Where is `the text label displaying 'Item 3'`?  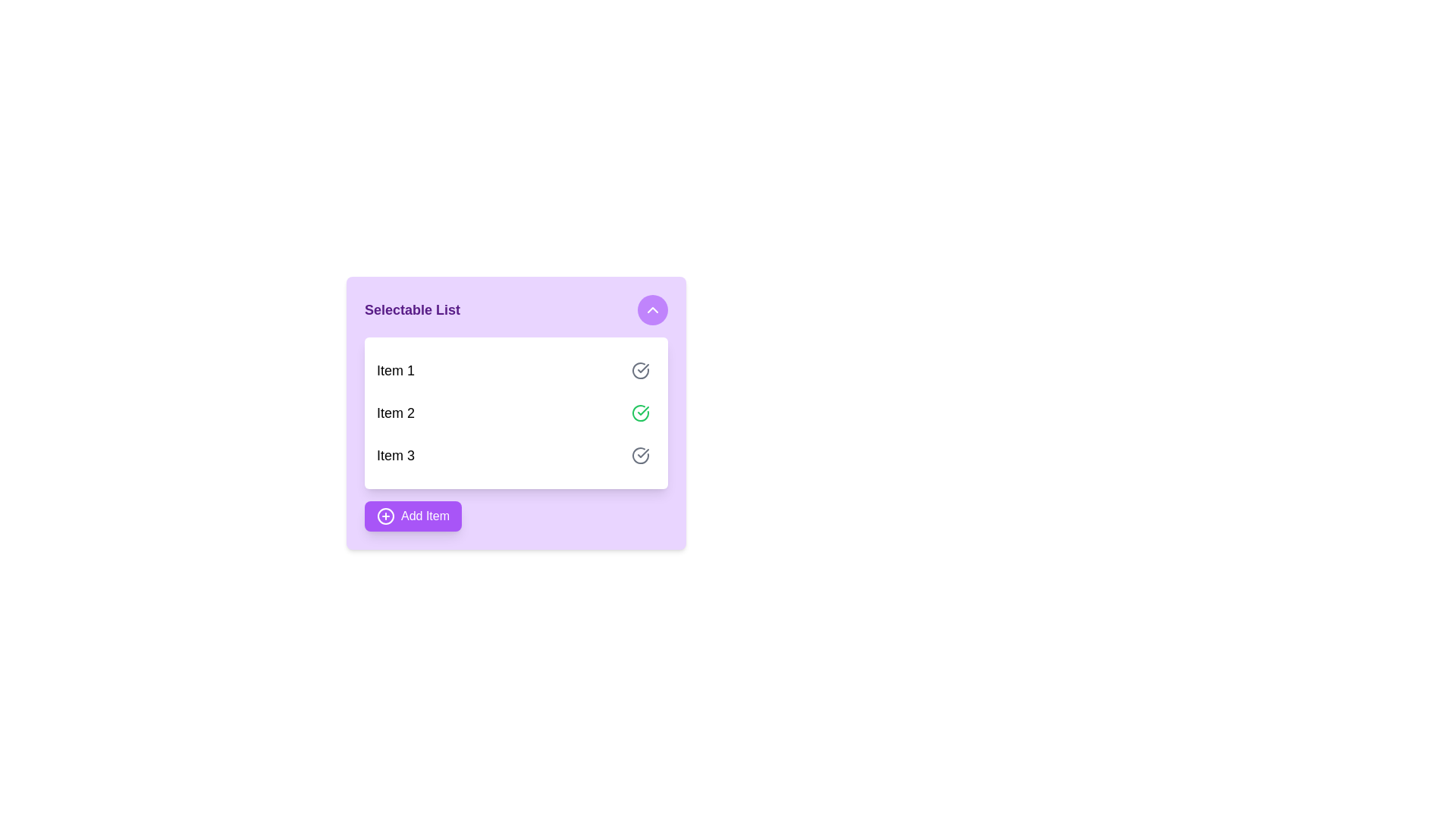
the text label displaying 'Item 3' is located at coordinates (396, 455).